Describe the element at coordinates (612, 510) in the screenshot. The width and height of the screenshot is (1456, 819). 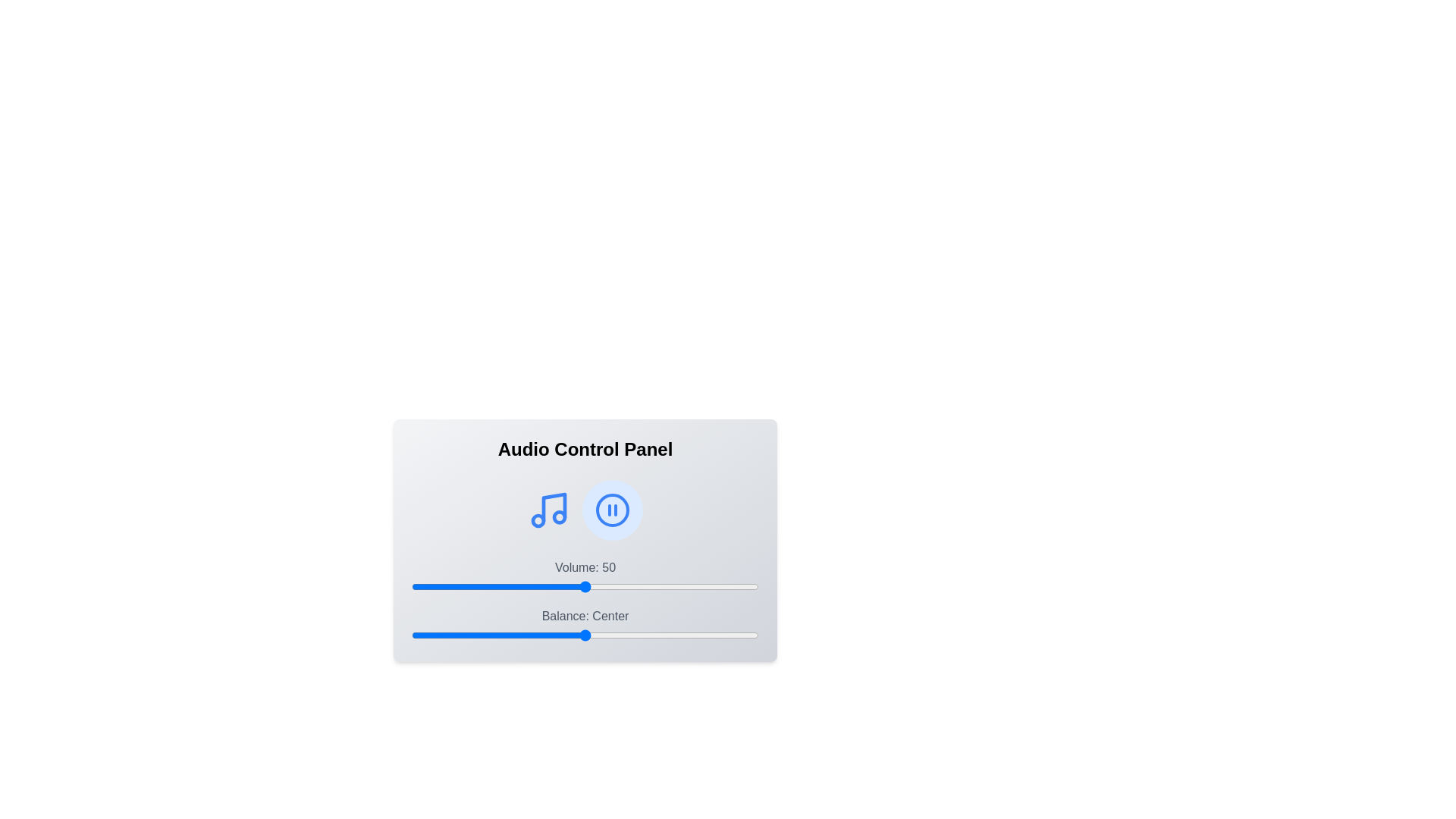
I see `the audio control icon button, which is the second icon in a horizontal group of icons with a light-blue background, located` at that location.